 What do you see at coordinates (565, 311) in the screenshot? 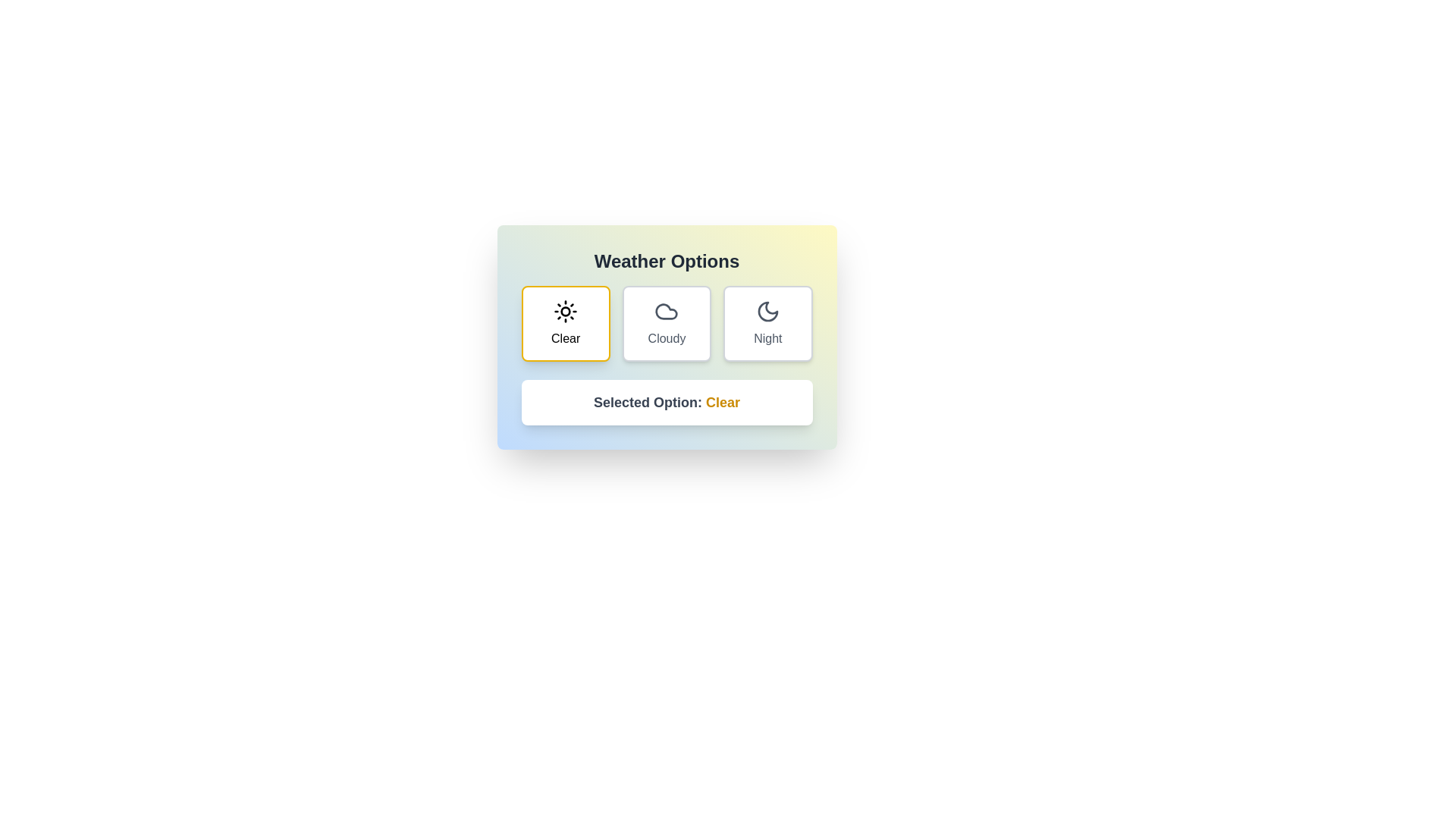
I see `the rounded rectangular button labeled 'Clear', which contains the sun icon` at bounding box center [565, 311].